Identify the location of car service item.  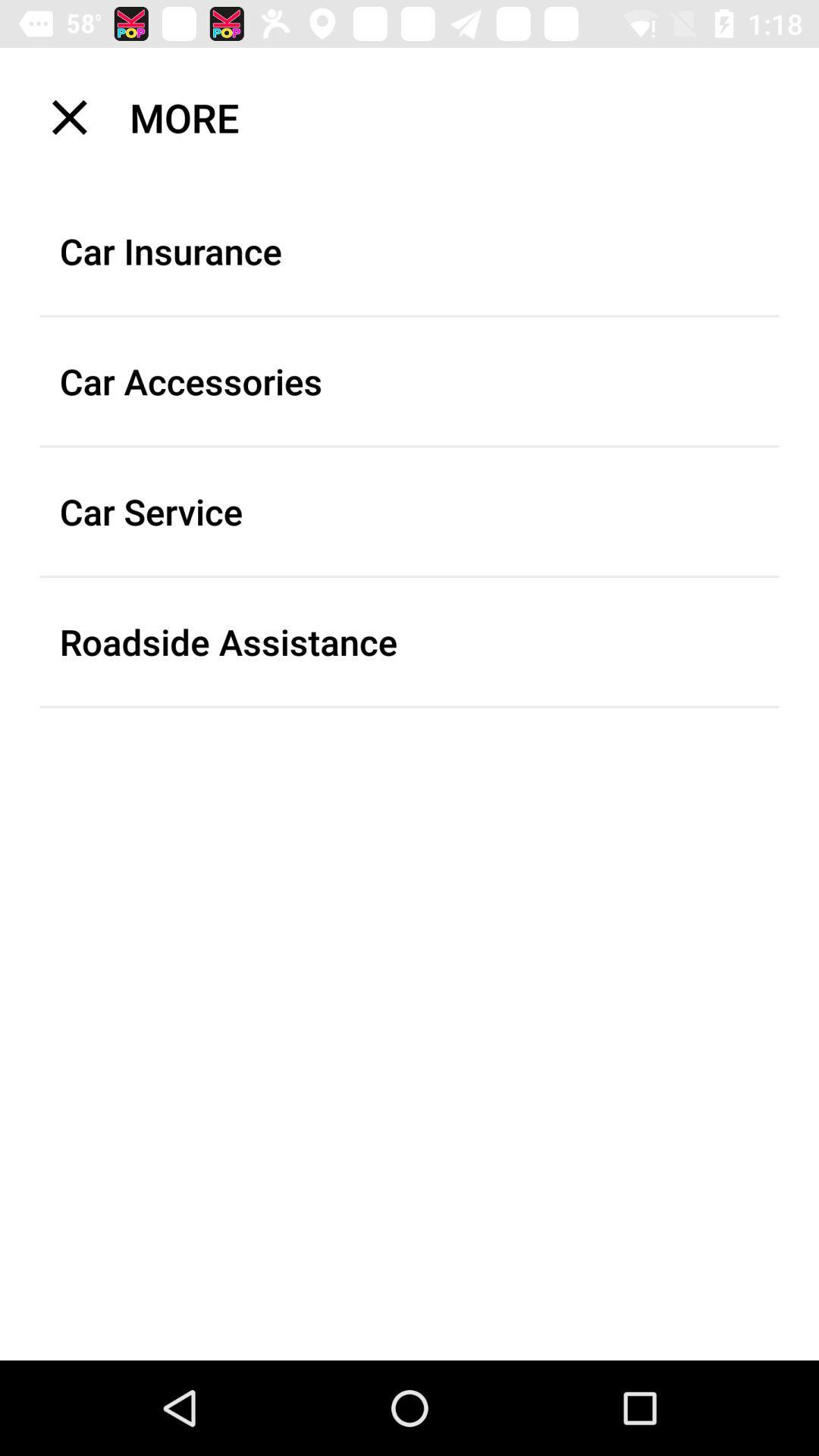
(409, 511).